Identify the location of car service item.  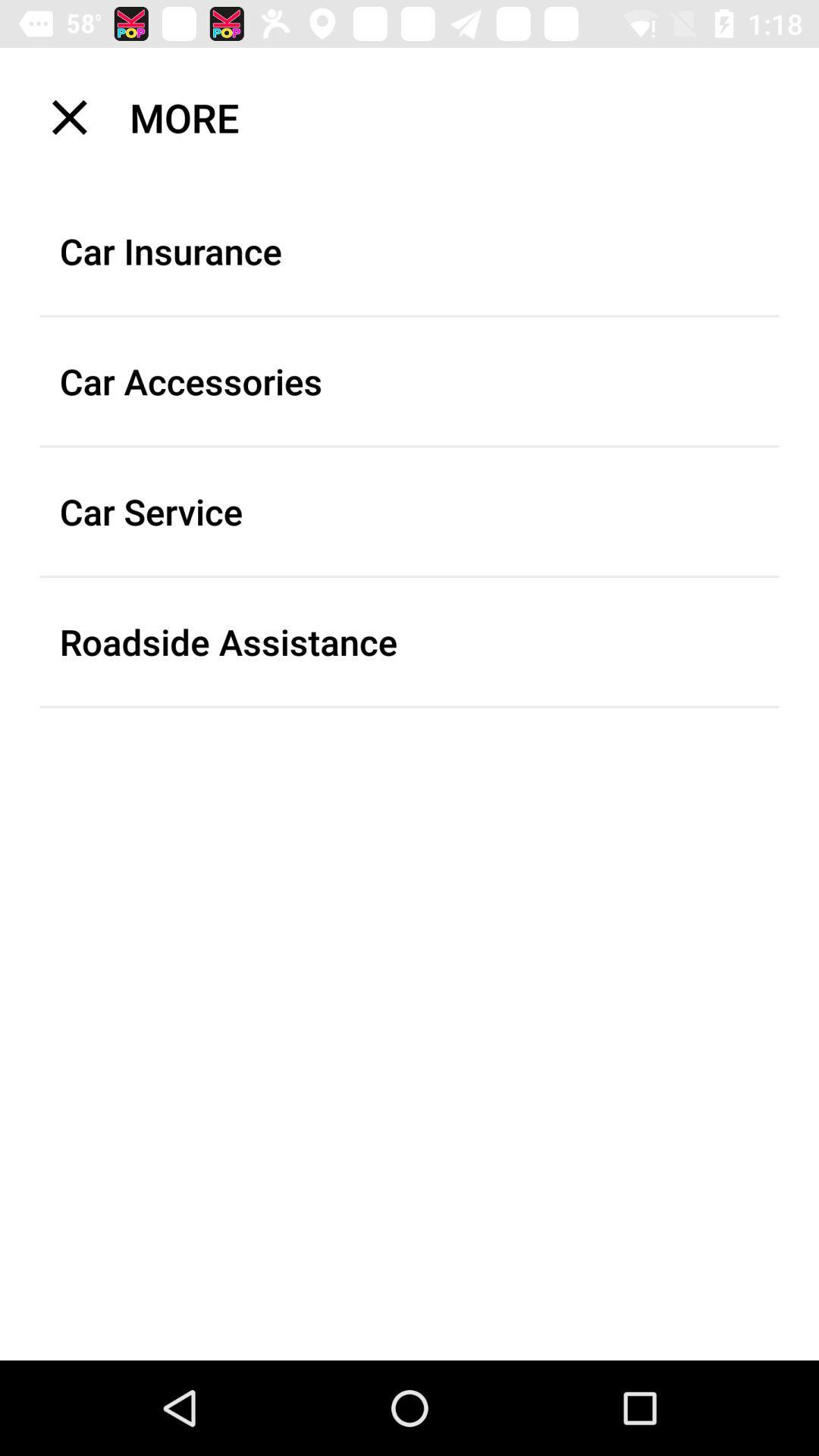
(409, 511).